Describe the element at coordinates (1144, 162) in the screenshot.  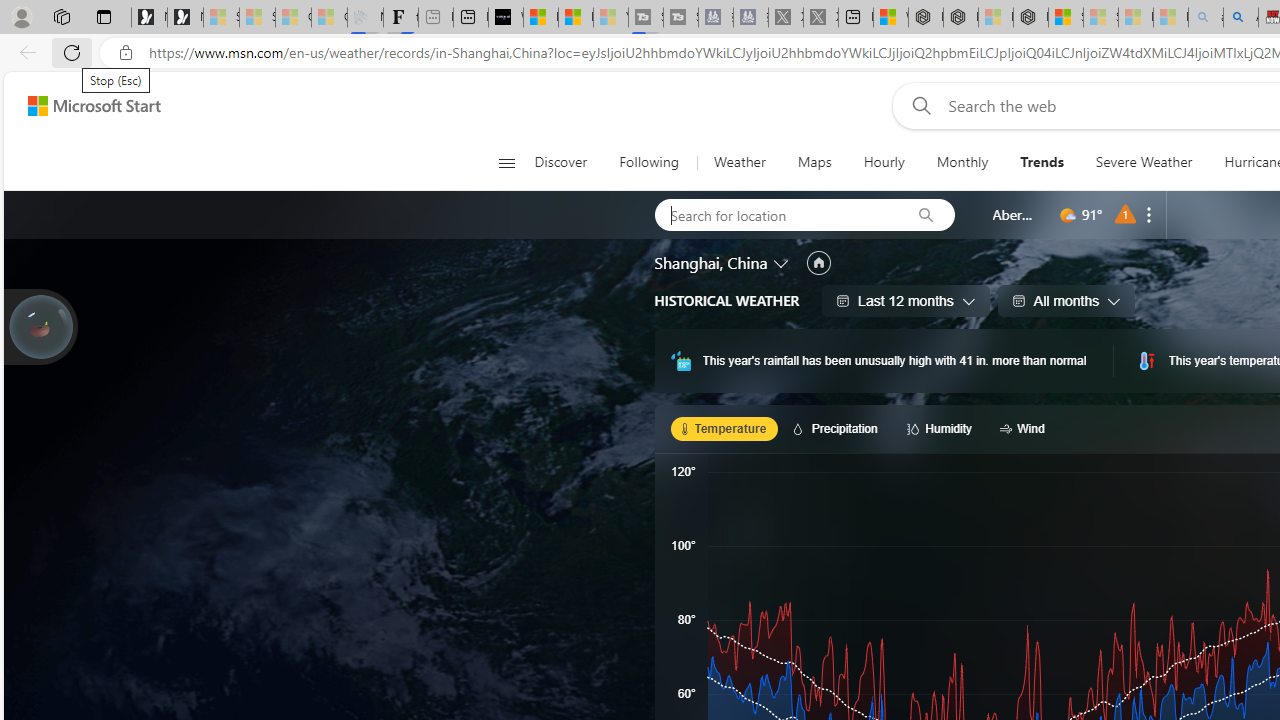
I see `'Severe Weather'` at that location.